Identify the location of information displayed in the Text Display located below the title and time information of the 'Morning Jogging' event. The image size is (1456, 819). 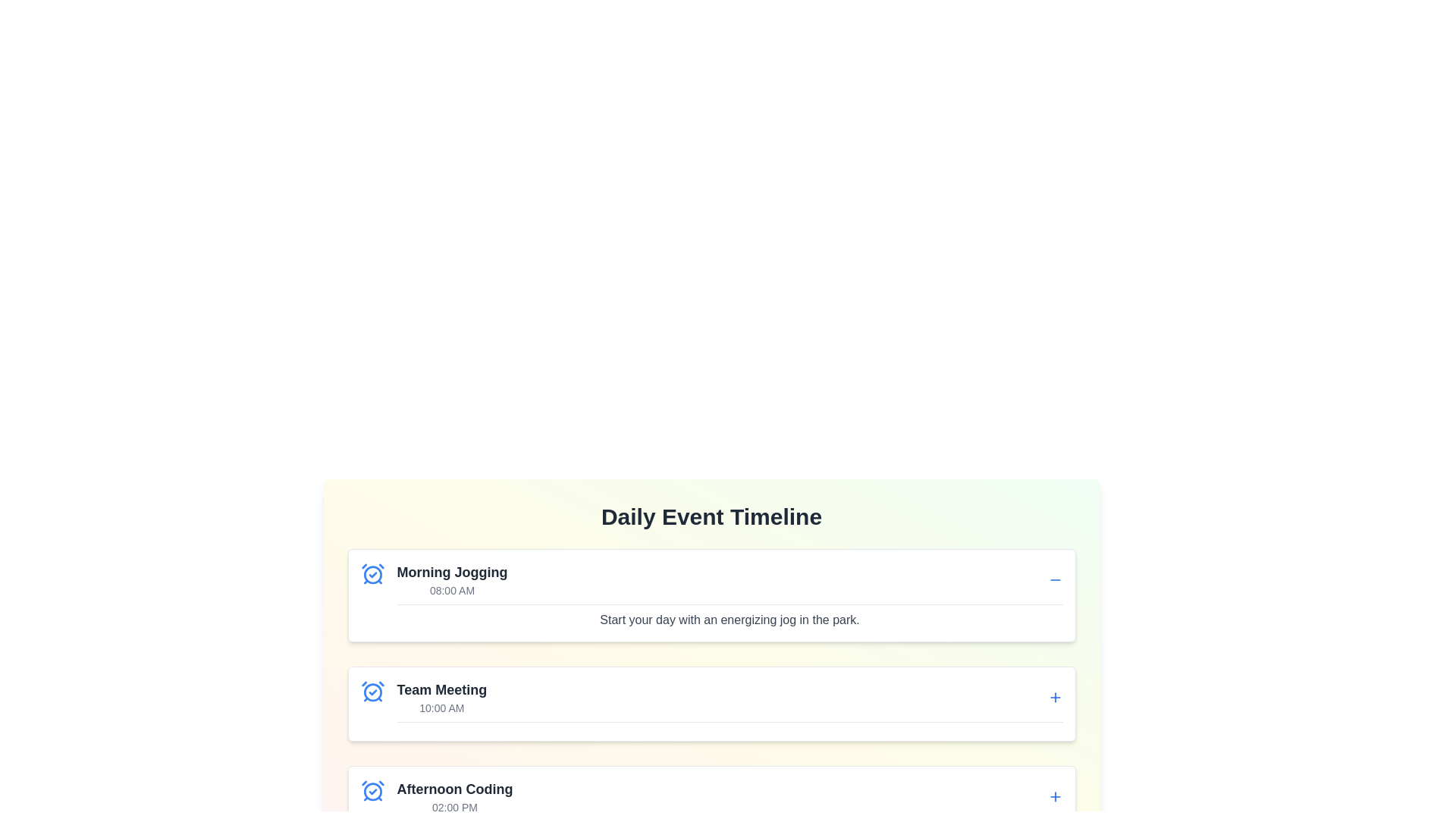
(730, 620).